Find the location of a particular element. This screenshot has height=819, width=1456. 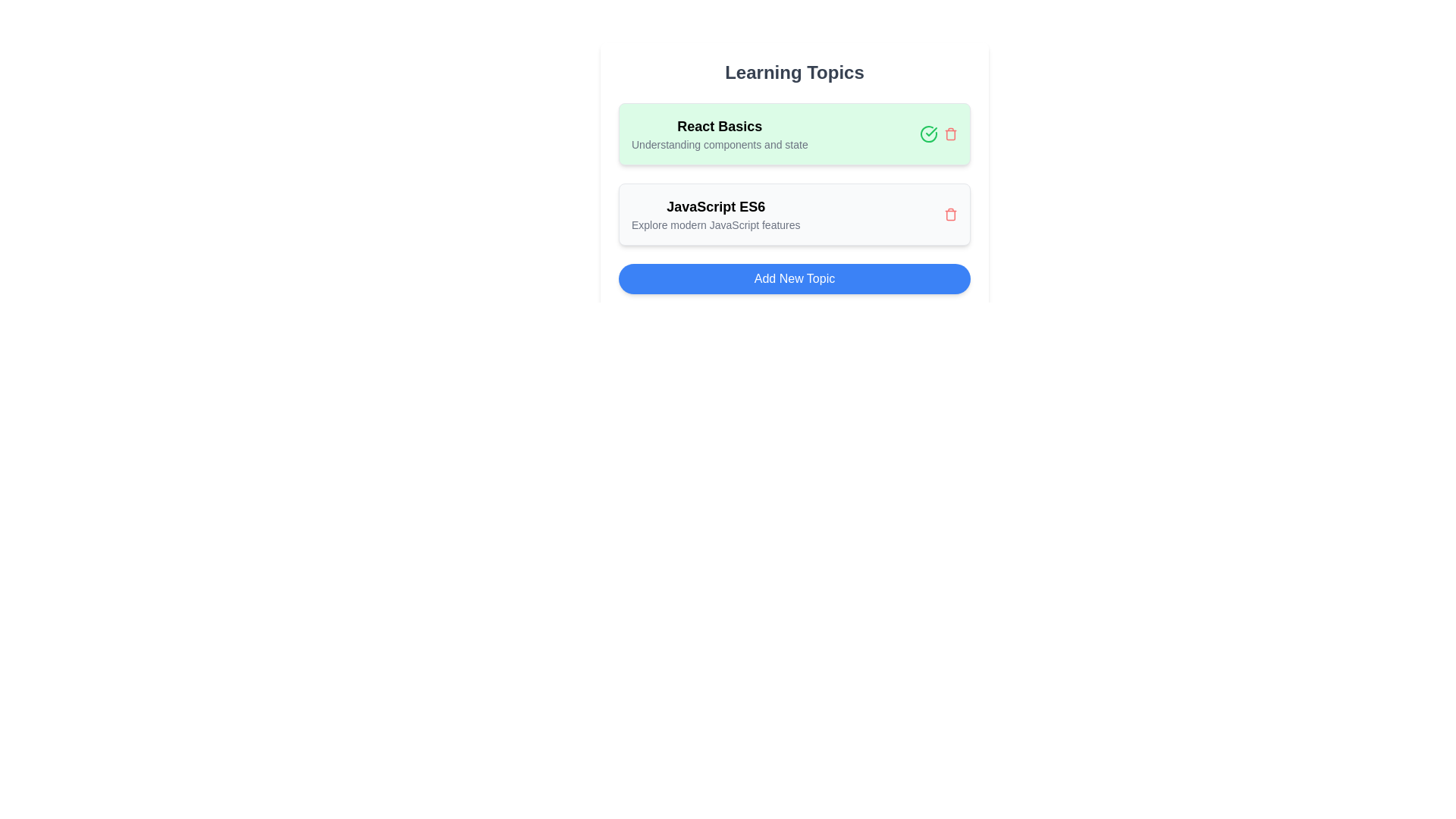

the 'Add New Topic' button to initiate adding a new topic is located at coordinates (793, 278).